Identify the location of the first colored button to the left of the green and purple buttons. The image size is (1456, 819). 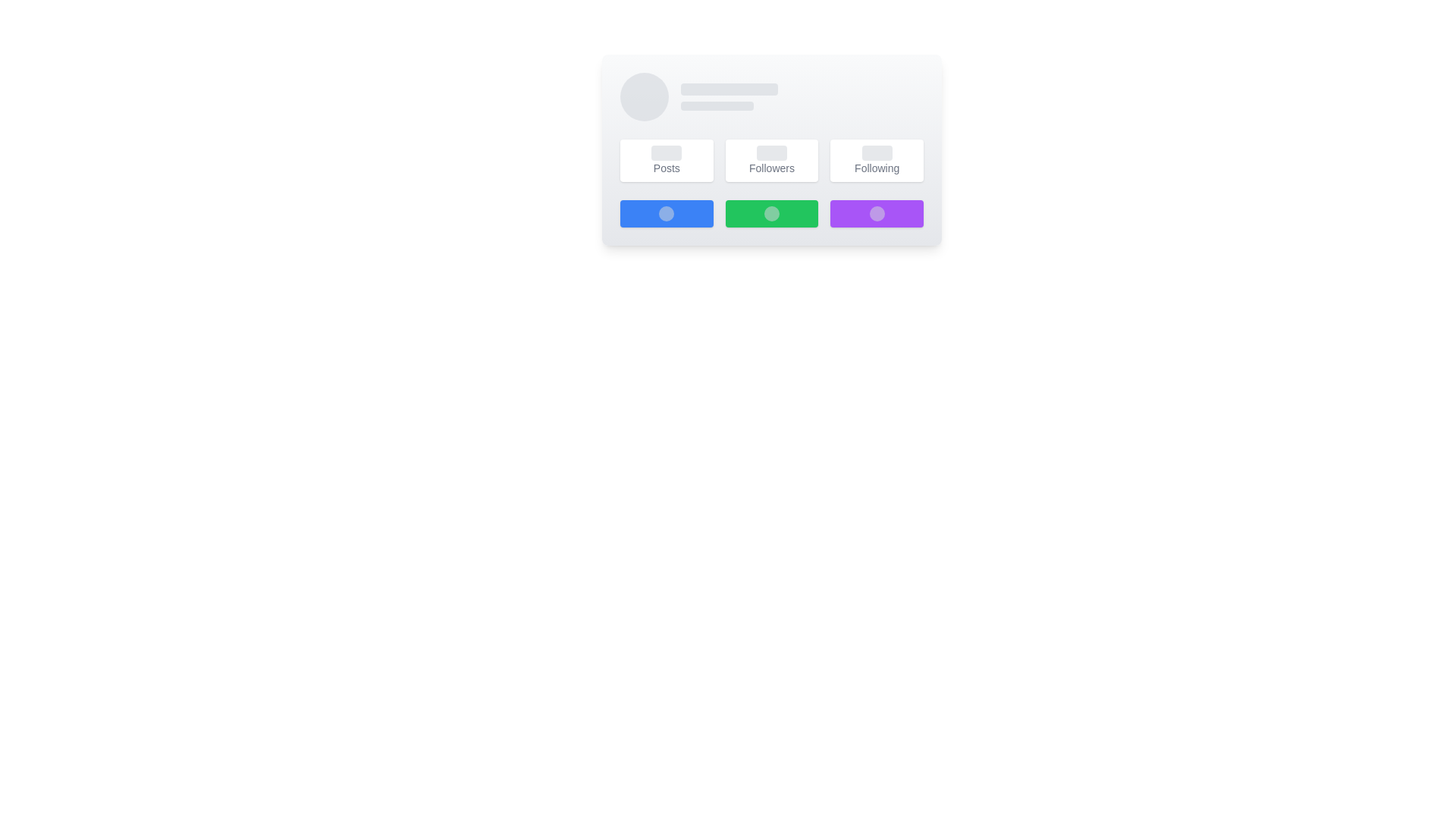
(667, 213).